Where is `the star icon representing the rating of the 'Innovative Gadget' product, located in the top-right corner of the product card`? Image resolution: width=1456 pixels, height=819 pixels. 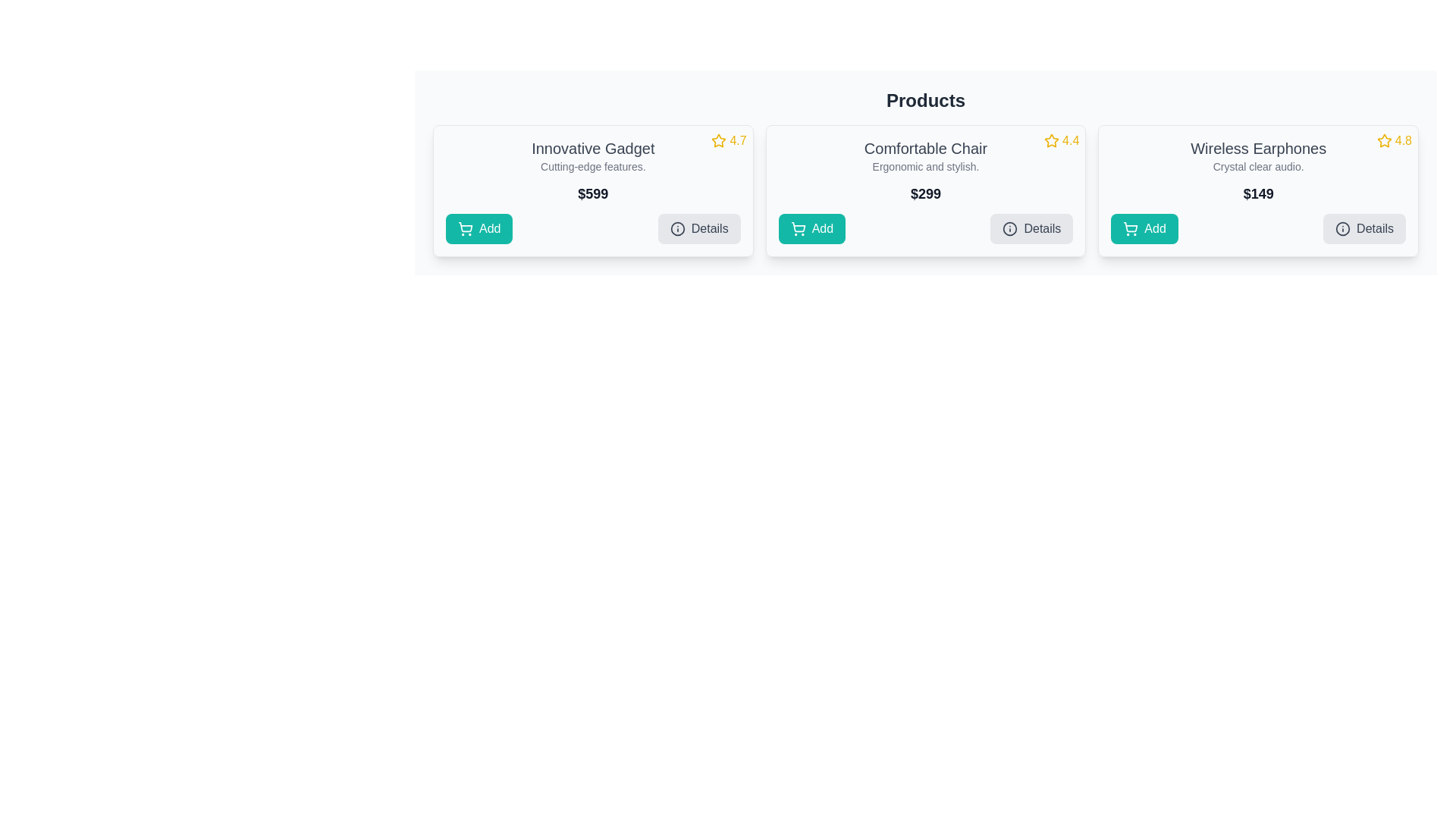 the star icon representing the rating of the 'Innovative Gadget' product, located in the top-right corner of the product card is located at coordinates (718, 140).